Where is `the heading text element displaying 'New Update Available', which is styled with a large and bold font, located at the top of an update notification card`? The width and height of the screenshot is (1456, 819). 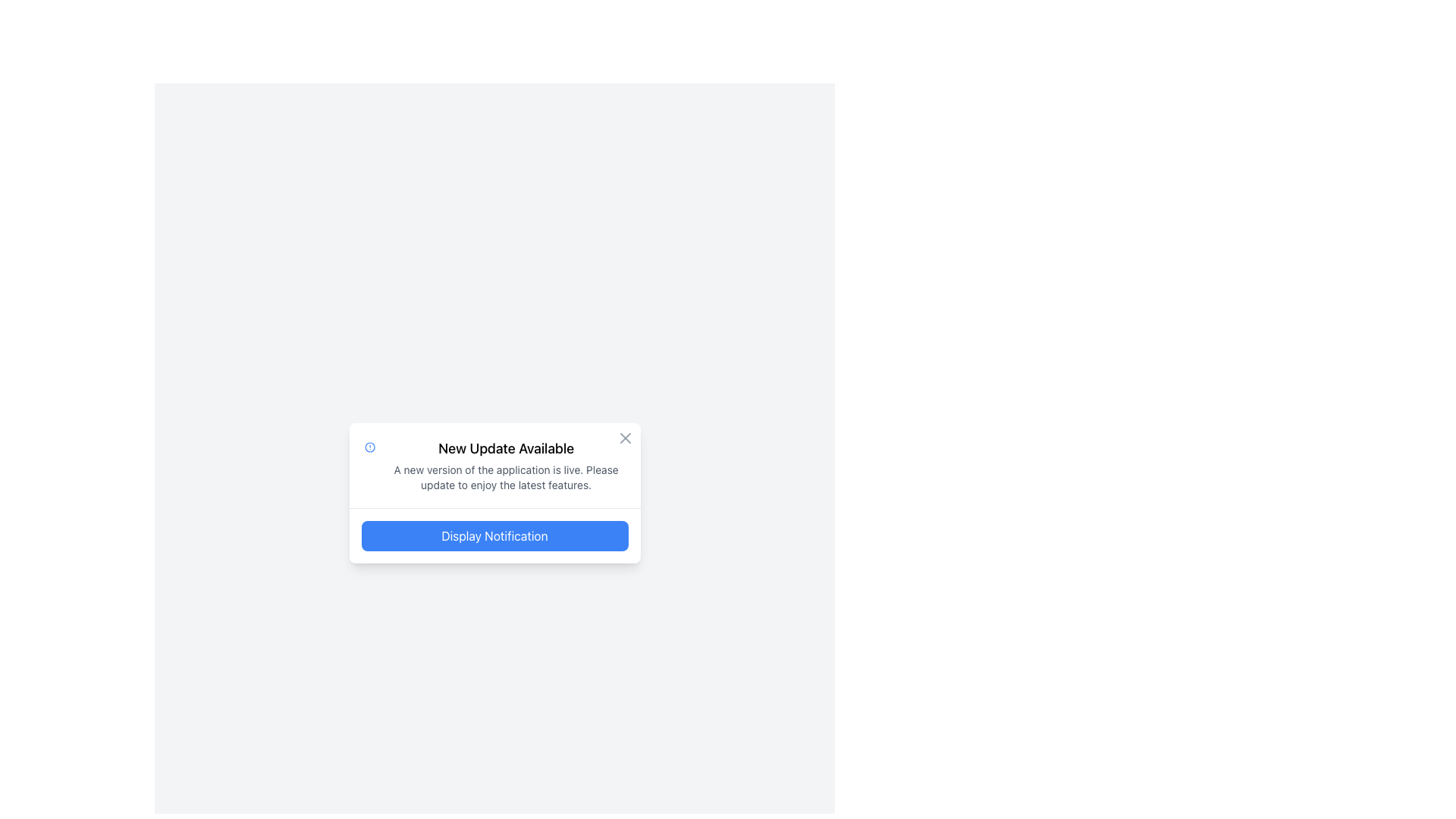 the heading text element displaying 'New Update Available', which is styled with a large and bold font, located at the top of an update notification card is located at coordinates (506, 447).